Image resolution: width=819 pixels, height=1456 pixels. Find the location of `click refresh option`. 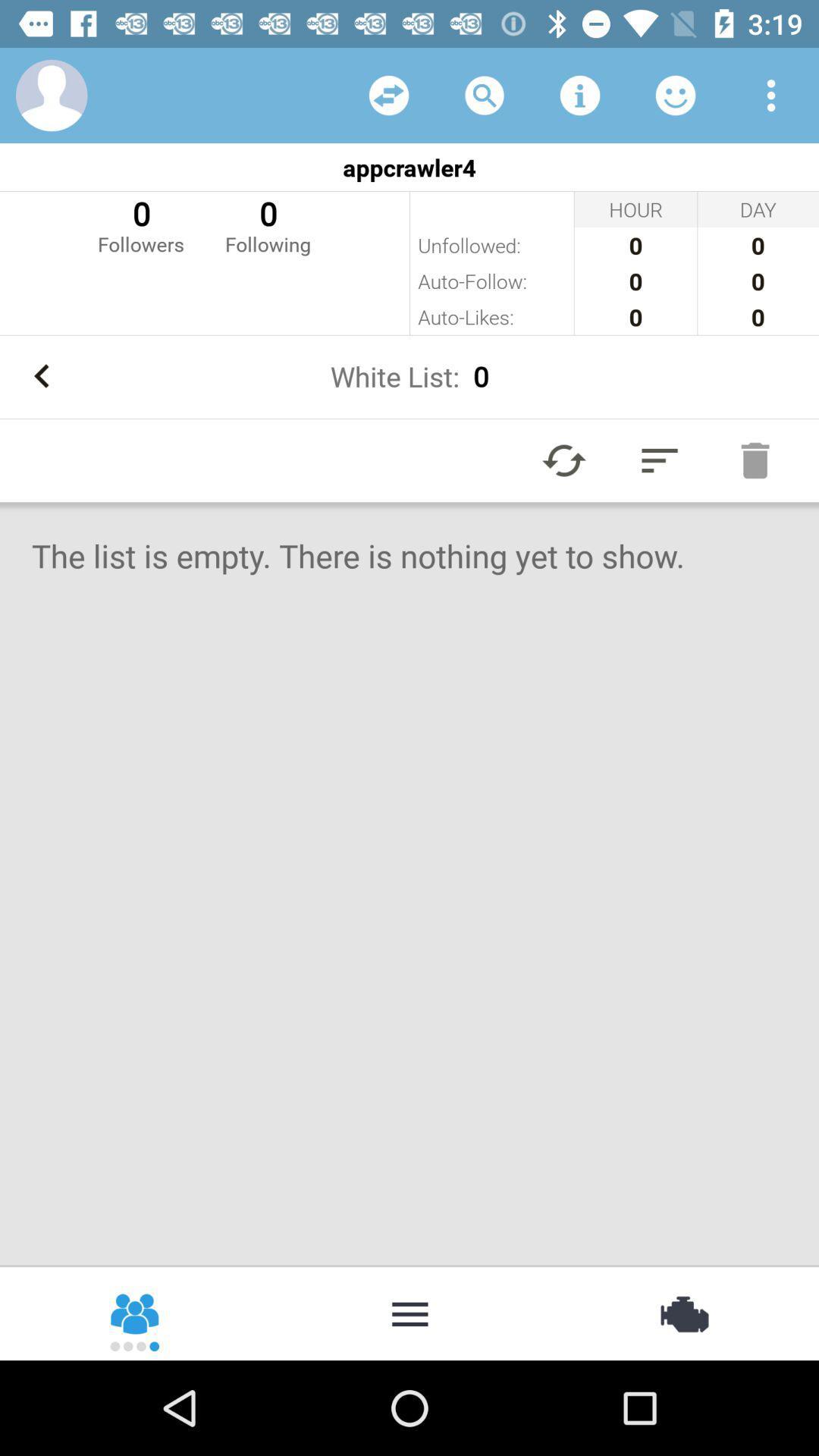

click refresh option is located at coordinates (388, 94).